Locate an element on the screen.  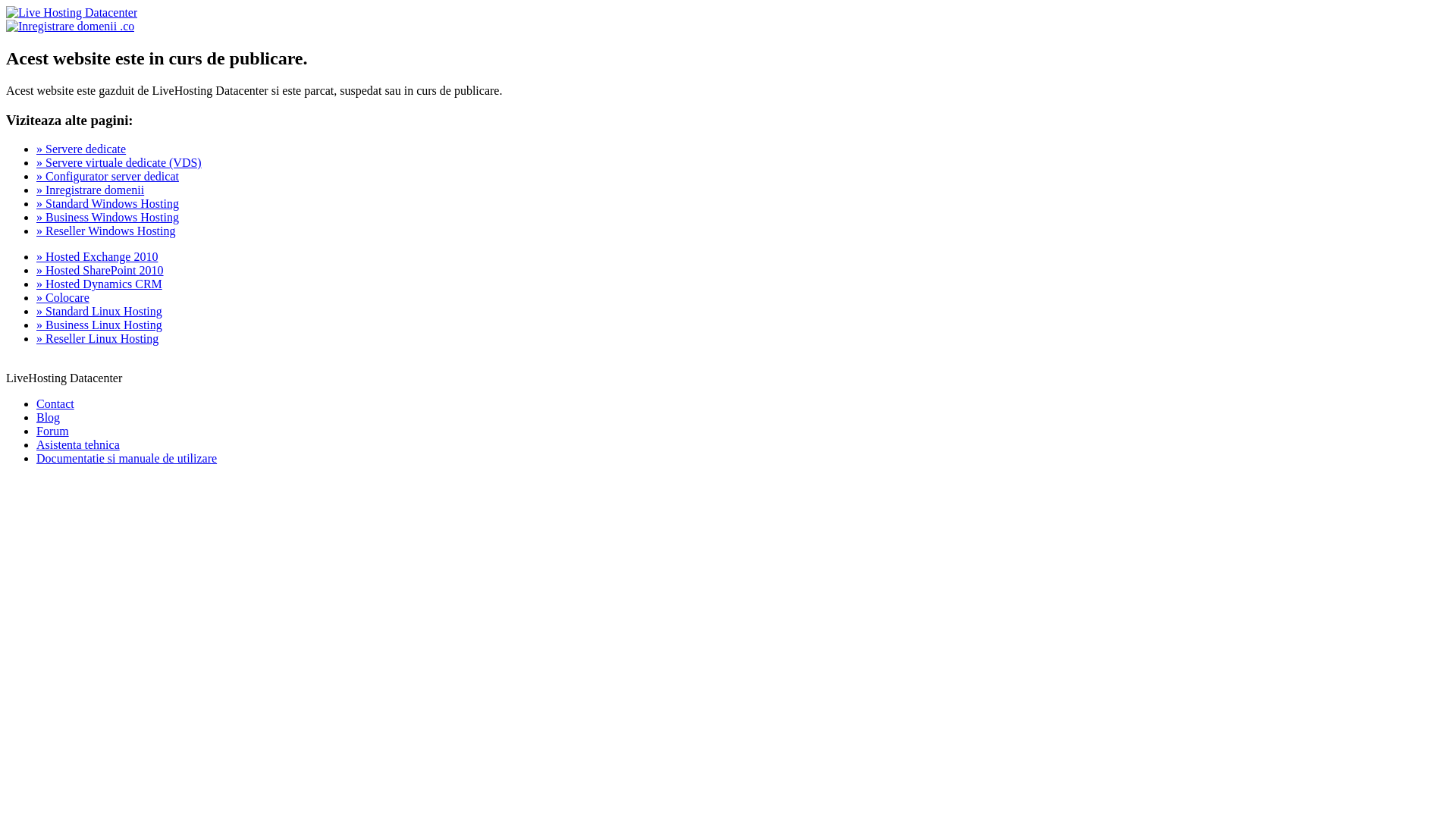
'Forum' is located at coordinates (52, 431).